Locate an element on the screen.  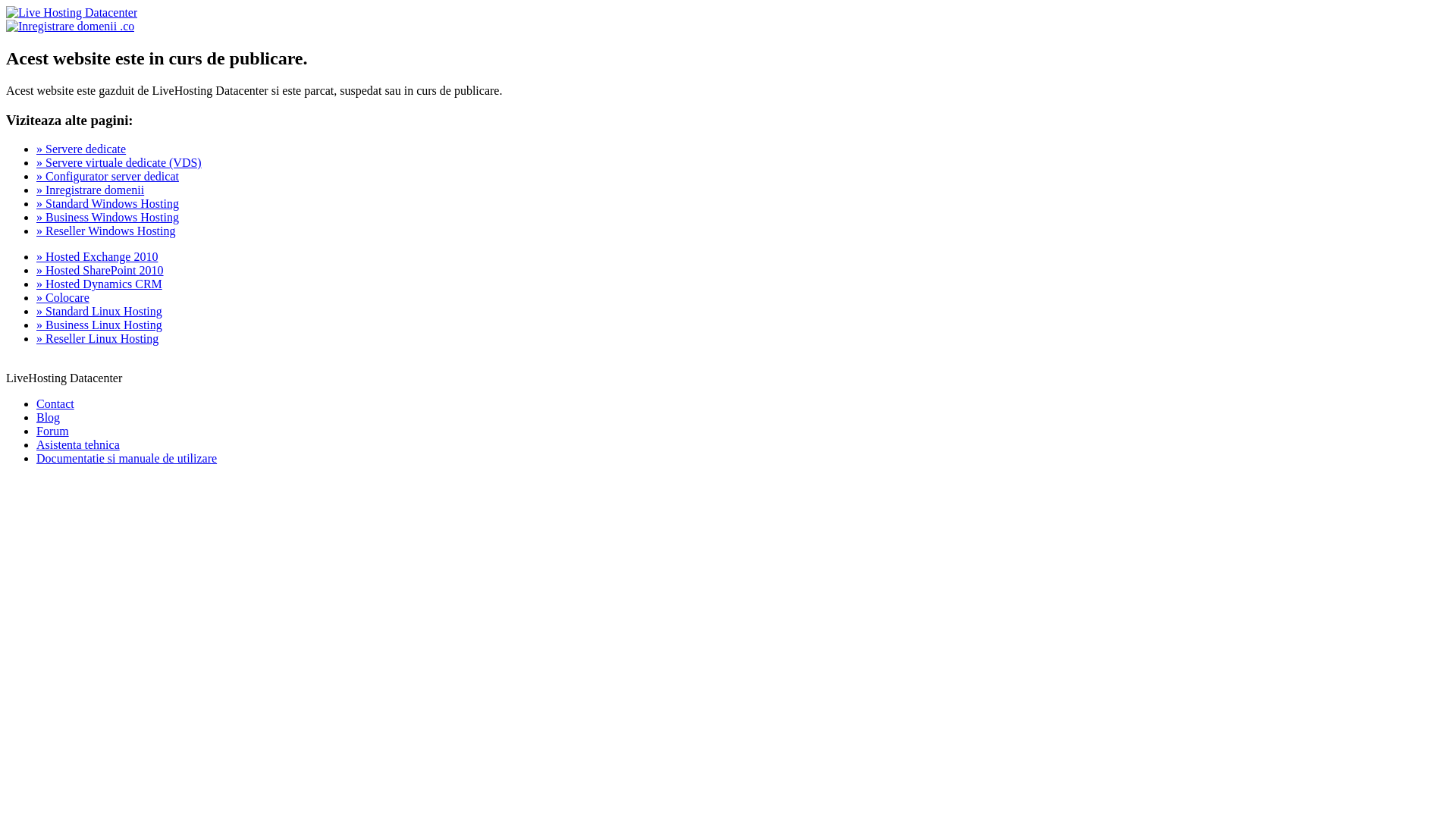
'Forum' is located at coordinates (52, 431).